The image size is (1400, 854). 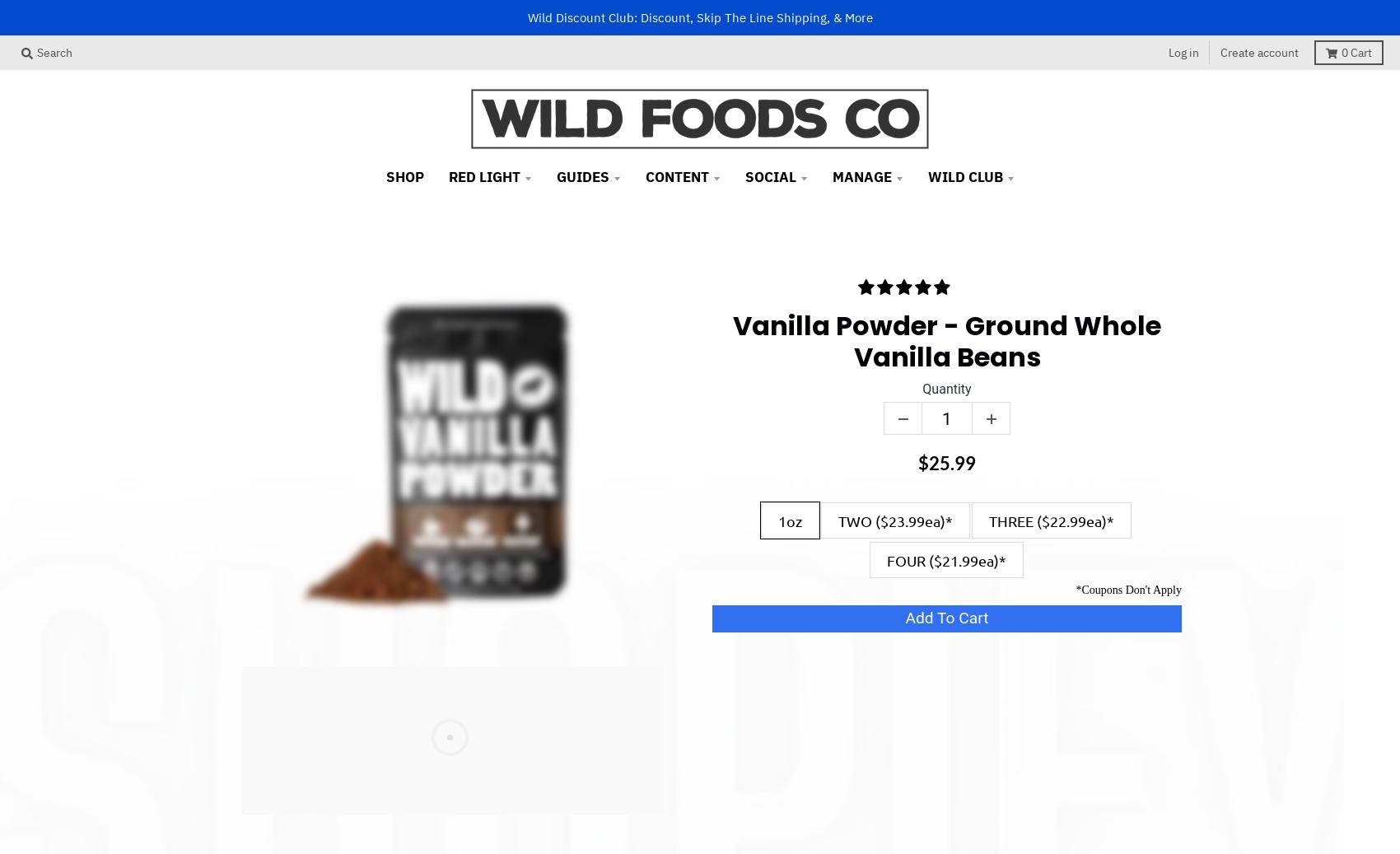 I want to click on 'Add To Cart', so click(x=905, y=618).